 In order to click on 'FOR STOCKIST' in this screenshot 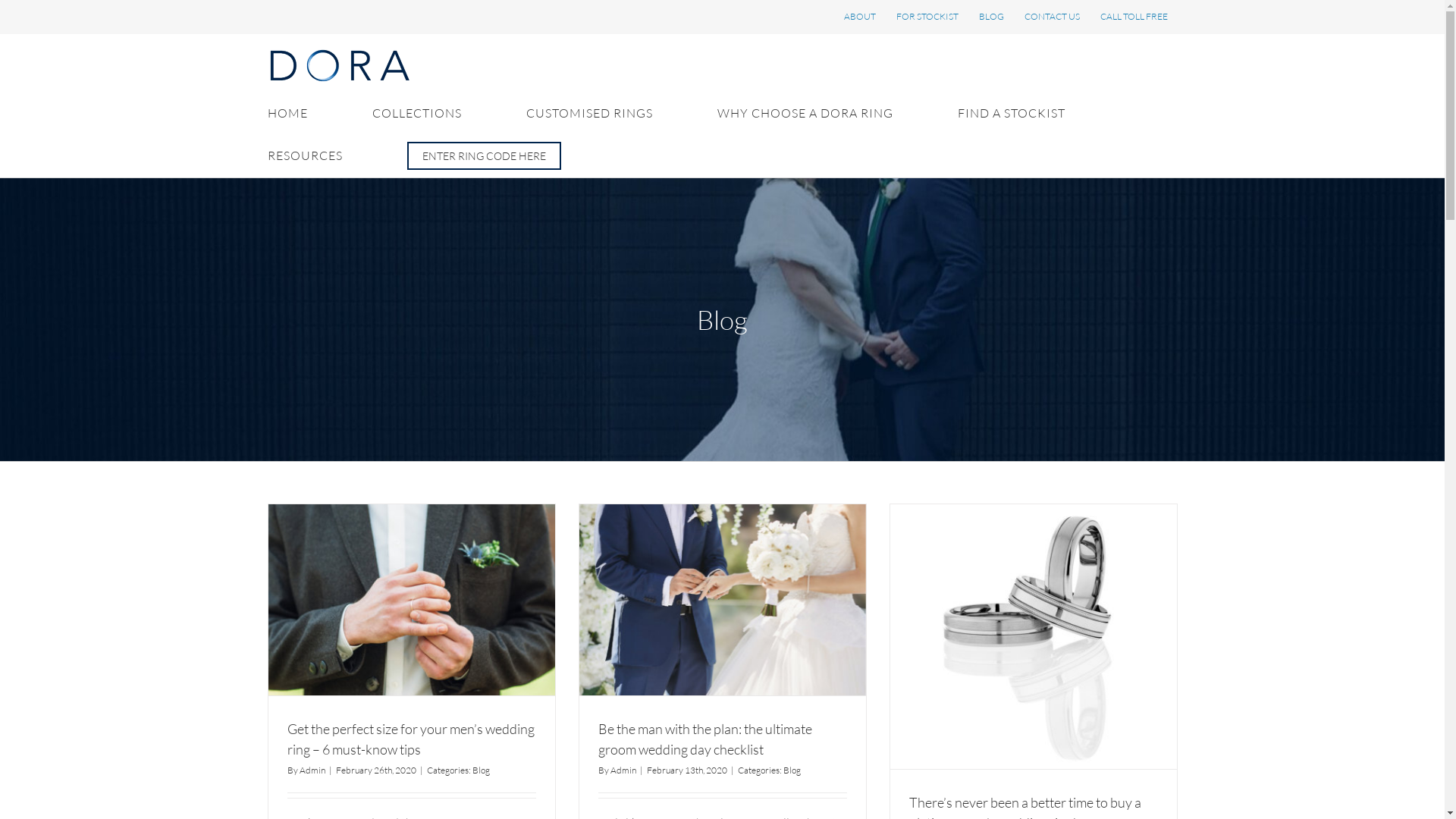, I will do `click(926, 17)`.